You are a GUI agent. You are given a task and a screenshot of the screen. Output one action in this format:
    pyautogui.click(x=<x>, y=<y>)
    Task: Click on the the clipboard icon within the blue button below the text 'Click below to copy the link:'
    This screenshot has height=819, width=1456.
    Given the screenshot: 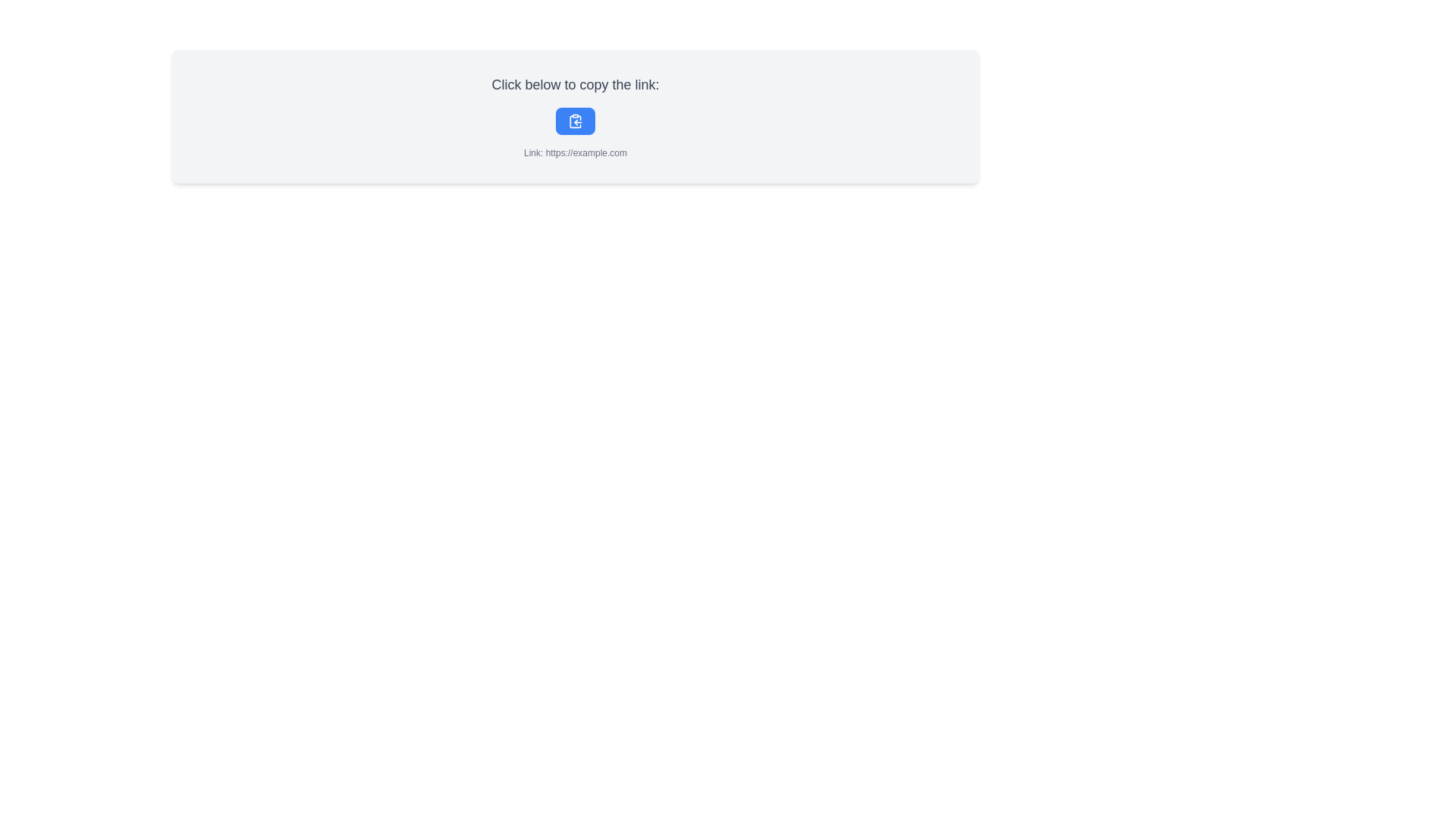 What is the action you would take?
    pyautogui.click(x=574, y=120)
    